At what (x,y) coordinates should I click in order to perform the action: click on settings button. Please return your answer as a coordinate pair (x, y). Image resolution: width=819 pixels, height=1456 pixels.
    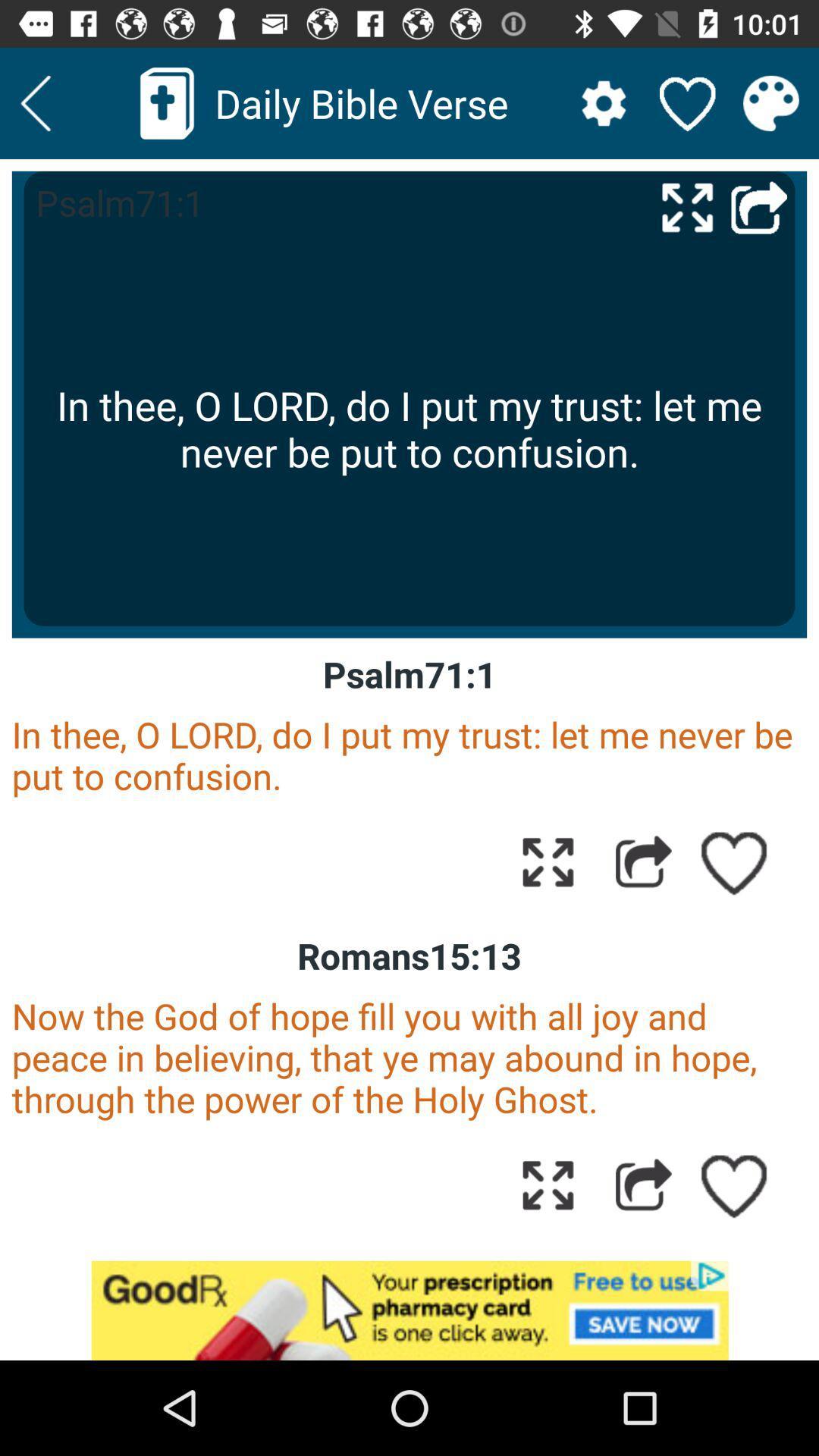
    Looking at the image, I should click on (603, 102).